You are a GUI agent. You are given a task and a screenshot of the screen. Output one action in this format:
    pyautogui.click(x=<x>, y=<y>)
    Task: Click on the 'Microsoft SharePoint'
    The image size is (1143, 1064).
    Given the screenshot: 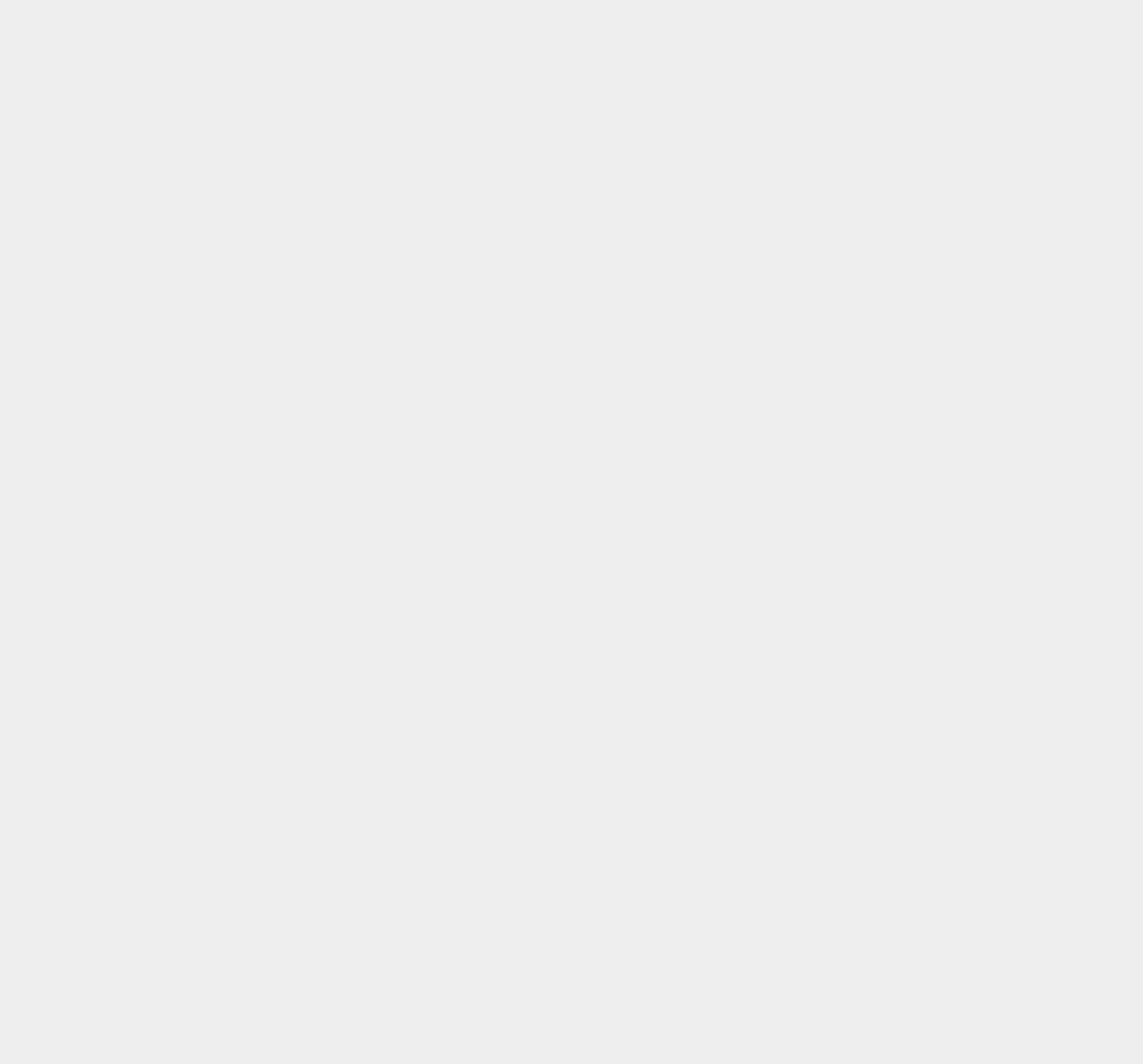 What is the action you would take?
    pyautogui.click(x=807, y=162)
    